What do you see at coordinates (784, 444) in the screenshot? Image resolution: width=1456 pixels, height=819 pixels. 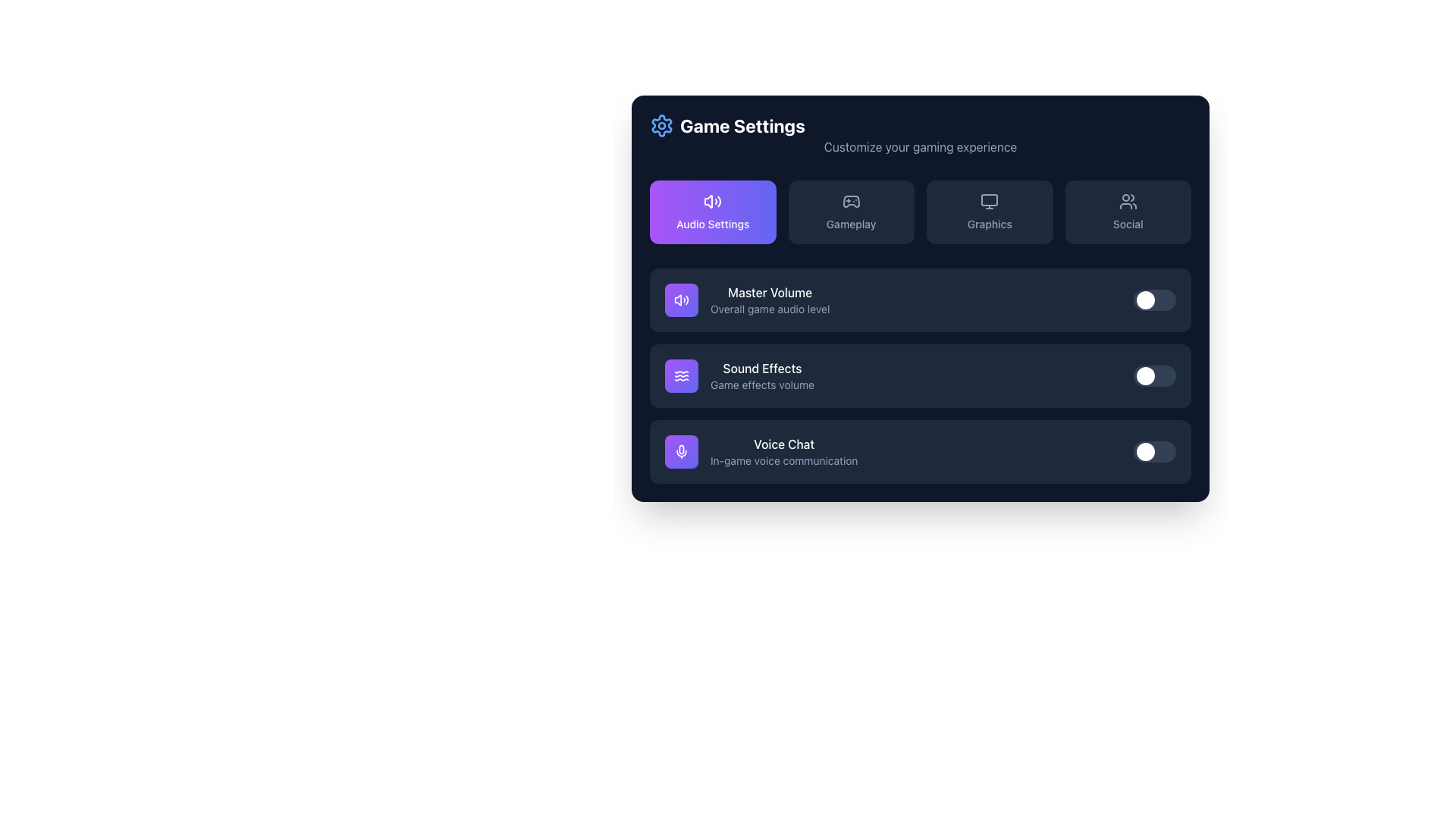 I see `the 'Voice Chat' text label, which is styled in white medium-weight font and prominently positioned in the settings panel above the subtitle 'In-game voice communication'` at bounding box center [784, 444].